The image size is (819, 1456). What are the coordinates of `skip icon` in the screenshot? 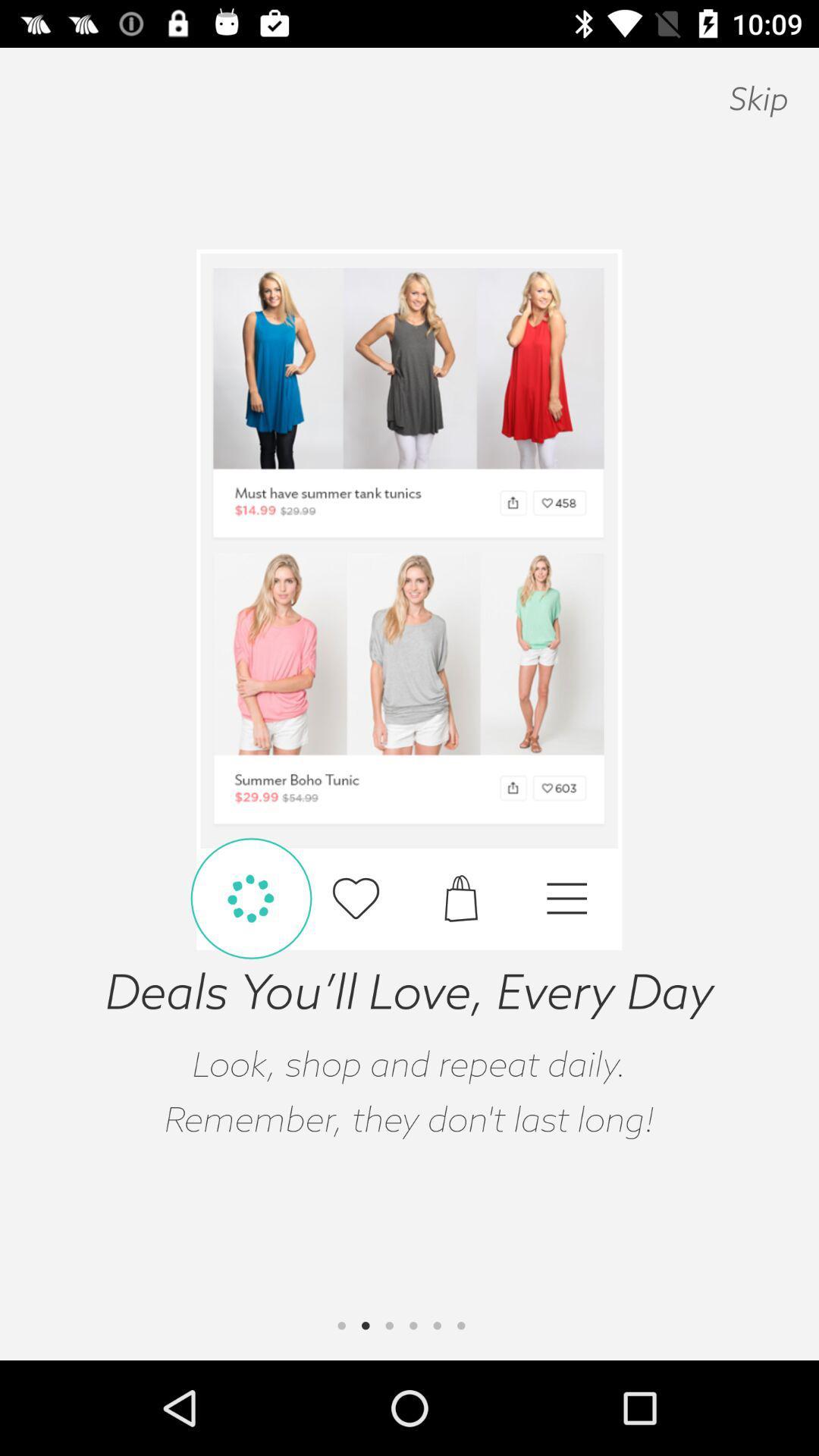 It's located at (758, 98).